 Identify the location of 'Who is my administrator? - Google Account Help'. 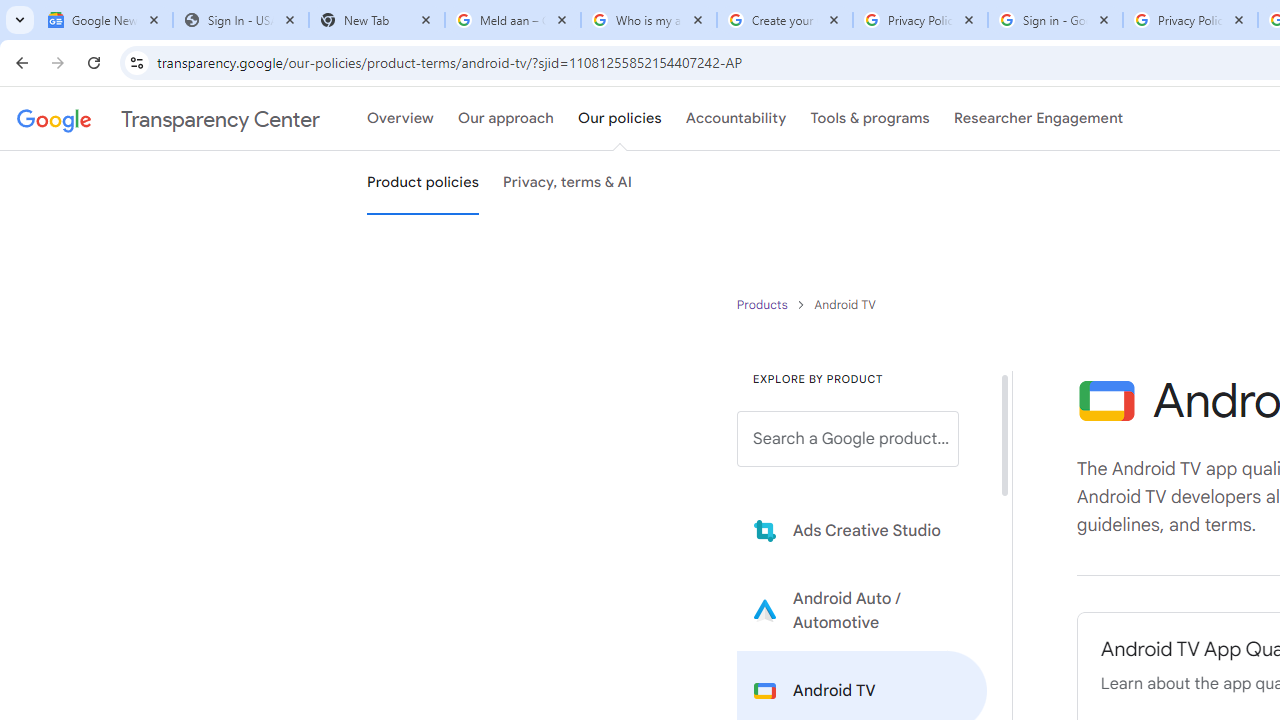
(648, 20).